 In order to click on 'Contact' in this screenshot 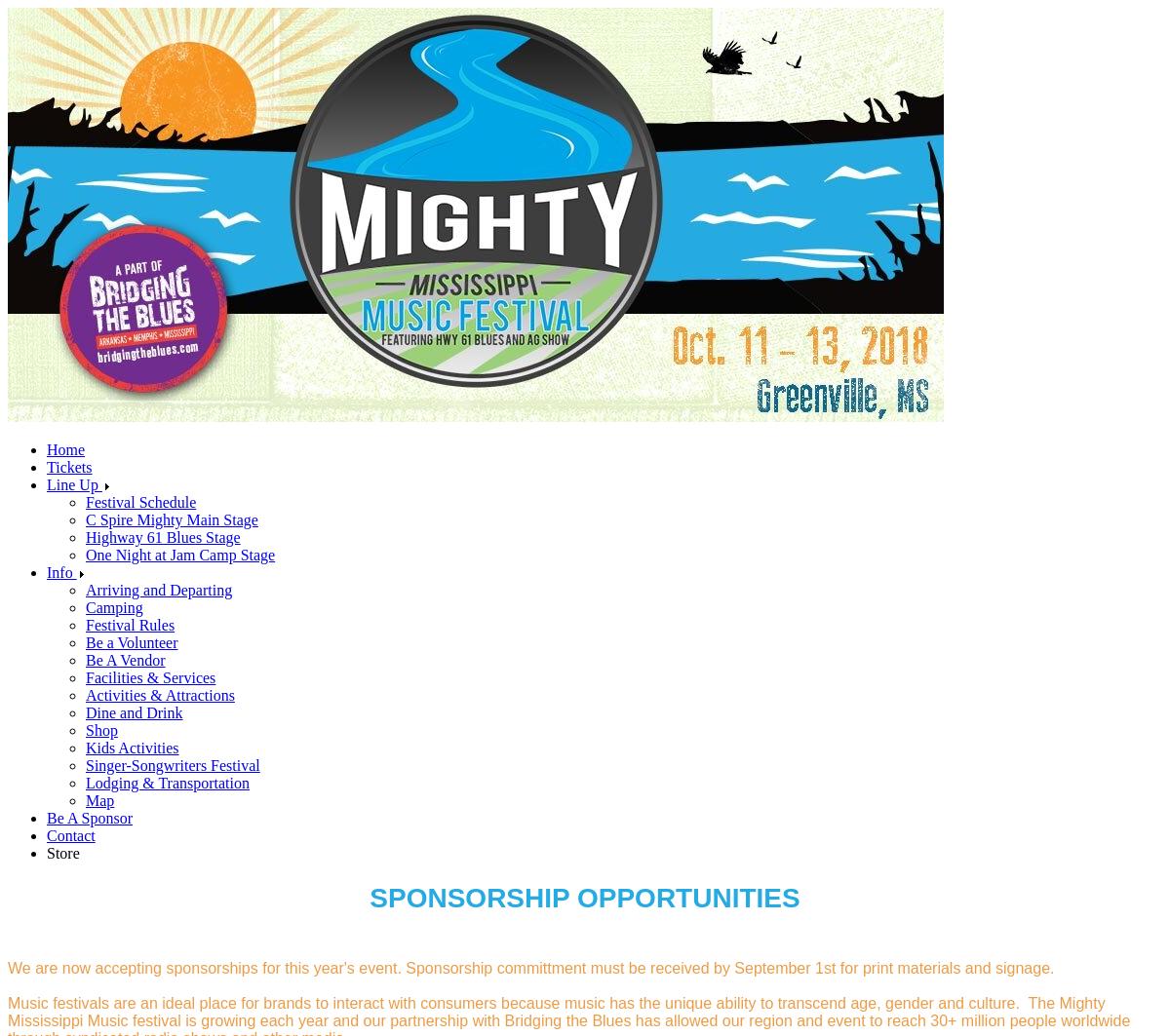, I will do `click(70, 834)`.